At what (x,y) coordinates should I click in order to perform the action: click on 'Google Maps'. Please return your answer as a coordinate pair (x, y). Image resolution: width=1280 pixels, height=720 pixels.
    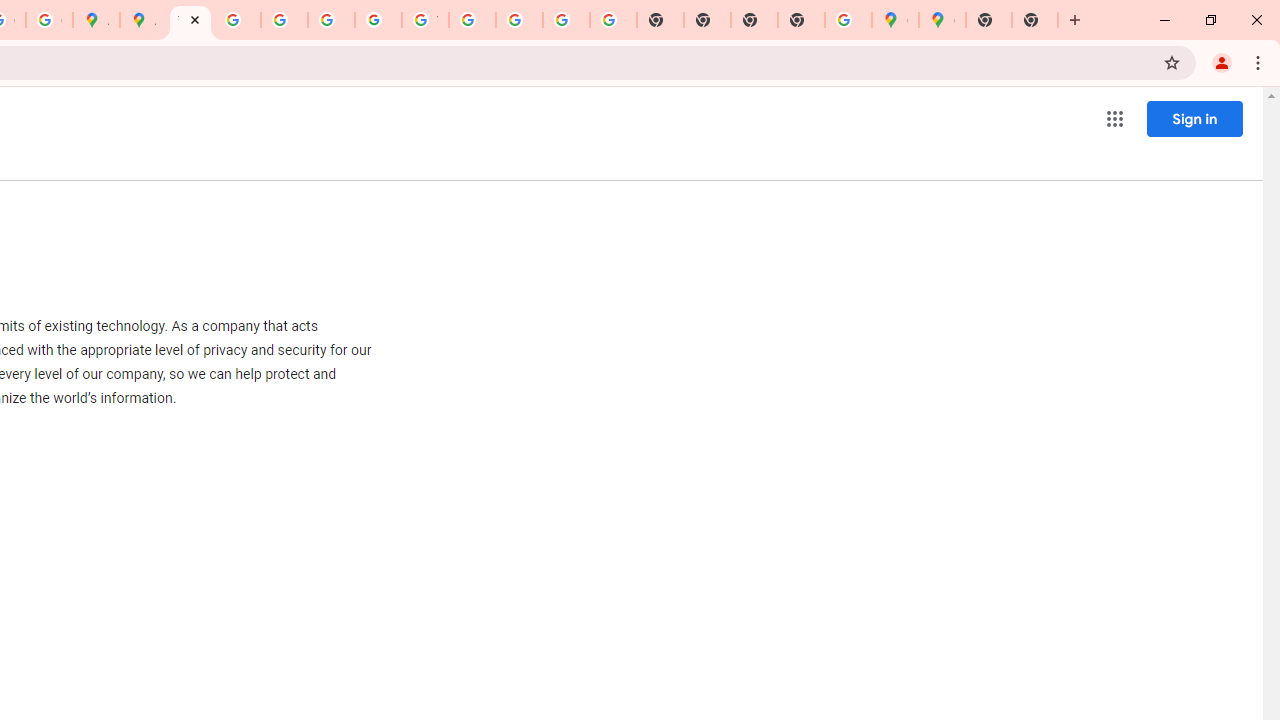
    Looking at the image, I should click on (894, 20).